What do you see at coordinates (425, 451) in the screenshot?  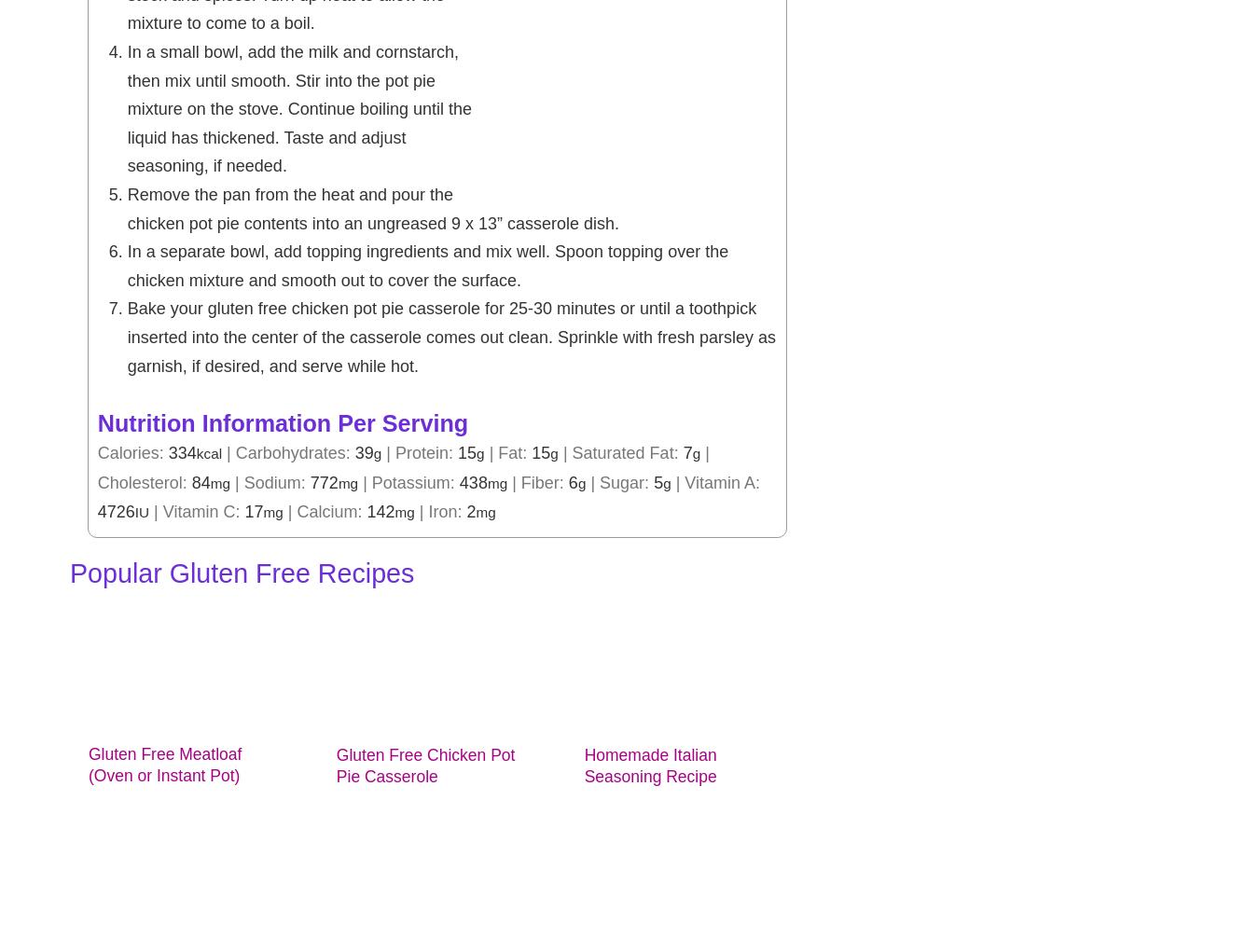 I see `'Protein:'` at bounding box center [425, 451].